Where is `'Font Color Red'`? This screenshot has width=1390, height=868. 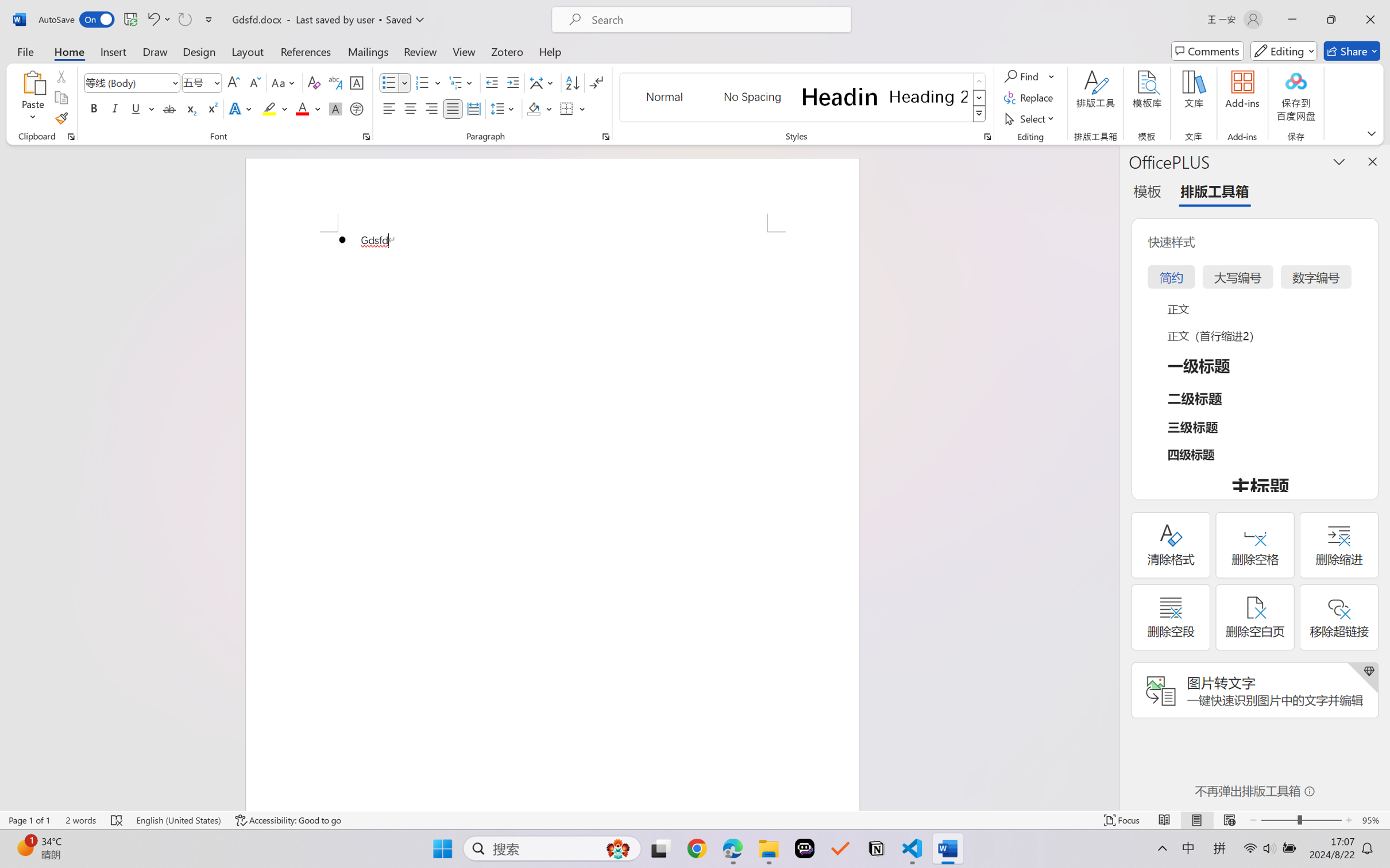 'Font Color Red' is located at coordinates (303, 108).